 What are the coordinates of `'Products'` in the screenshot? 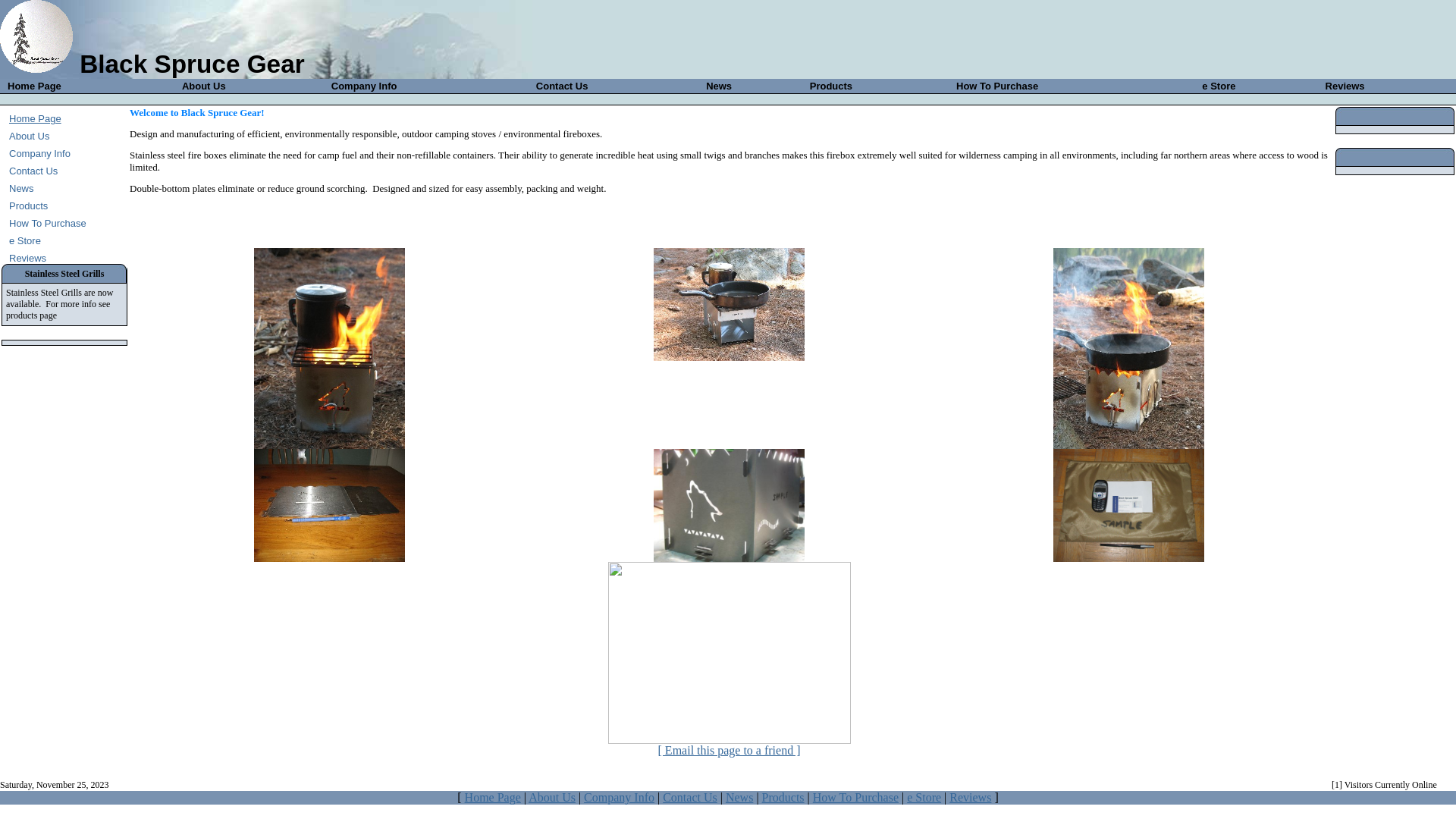 It's located at (783, 796).